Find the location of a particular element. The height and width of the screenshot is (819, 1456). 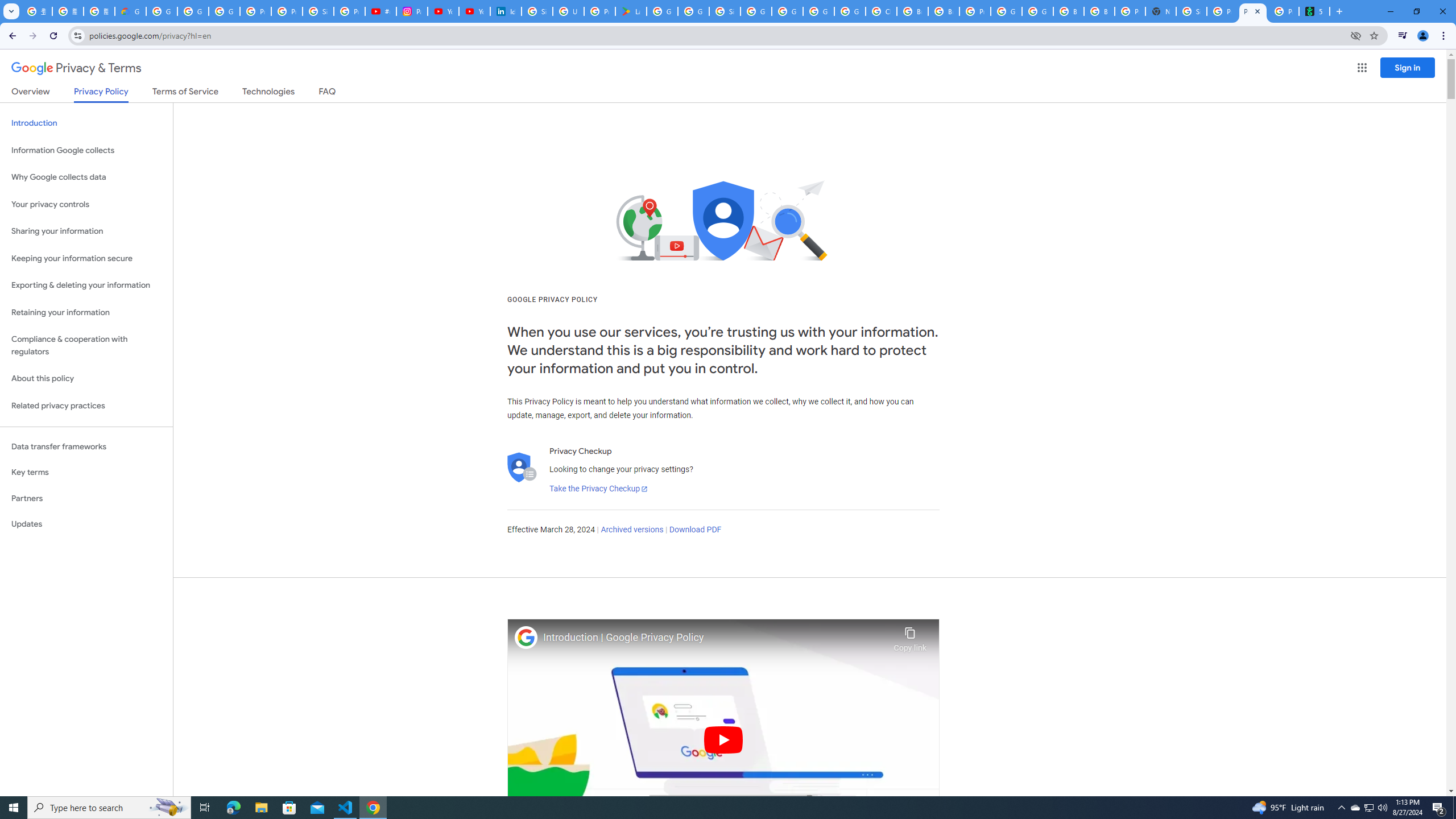

'New Tab' is located at coordinates (1160, 11).